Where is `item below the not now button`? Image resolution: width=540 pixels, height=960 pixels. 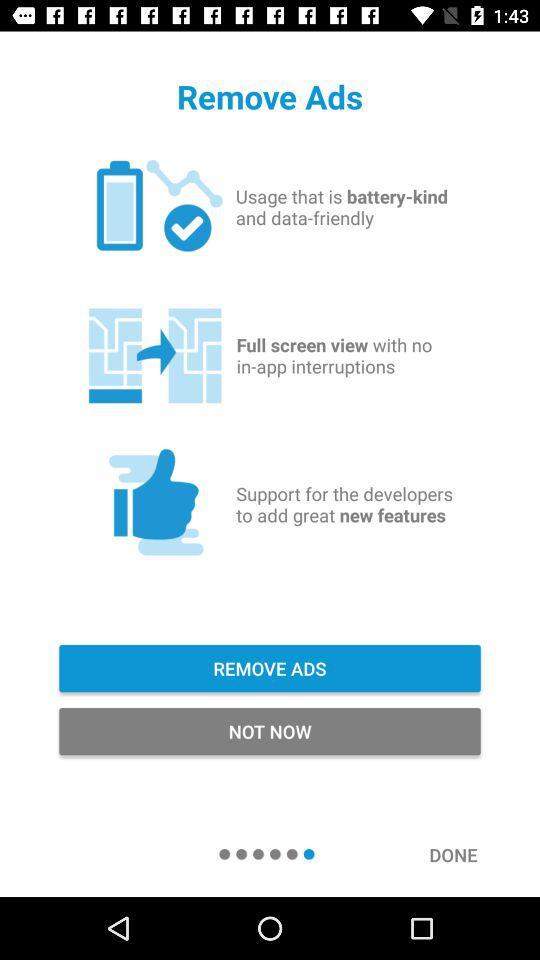
item below the not now button is located at coordinates (463, 853).